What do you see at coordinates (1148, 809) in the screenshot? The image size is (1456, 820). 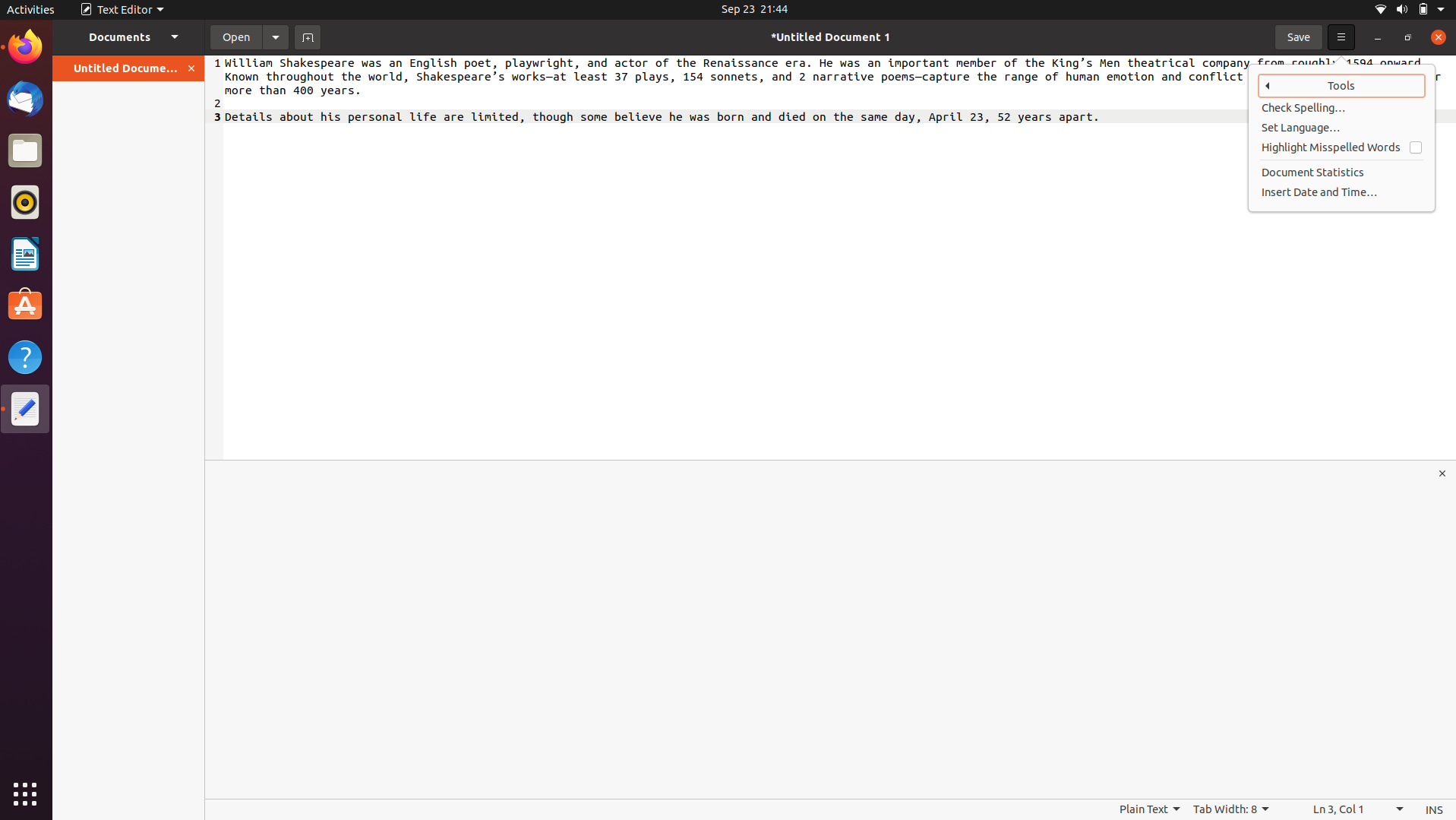 I see `Investigate alternatives to simple text format` at bounding box center [1148, 809].